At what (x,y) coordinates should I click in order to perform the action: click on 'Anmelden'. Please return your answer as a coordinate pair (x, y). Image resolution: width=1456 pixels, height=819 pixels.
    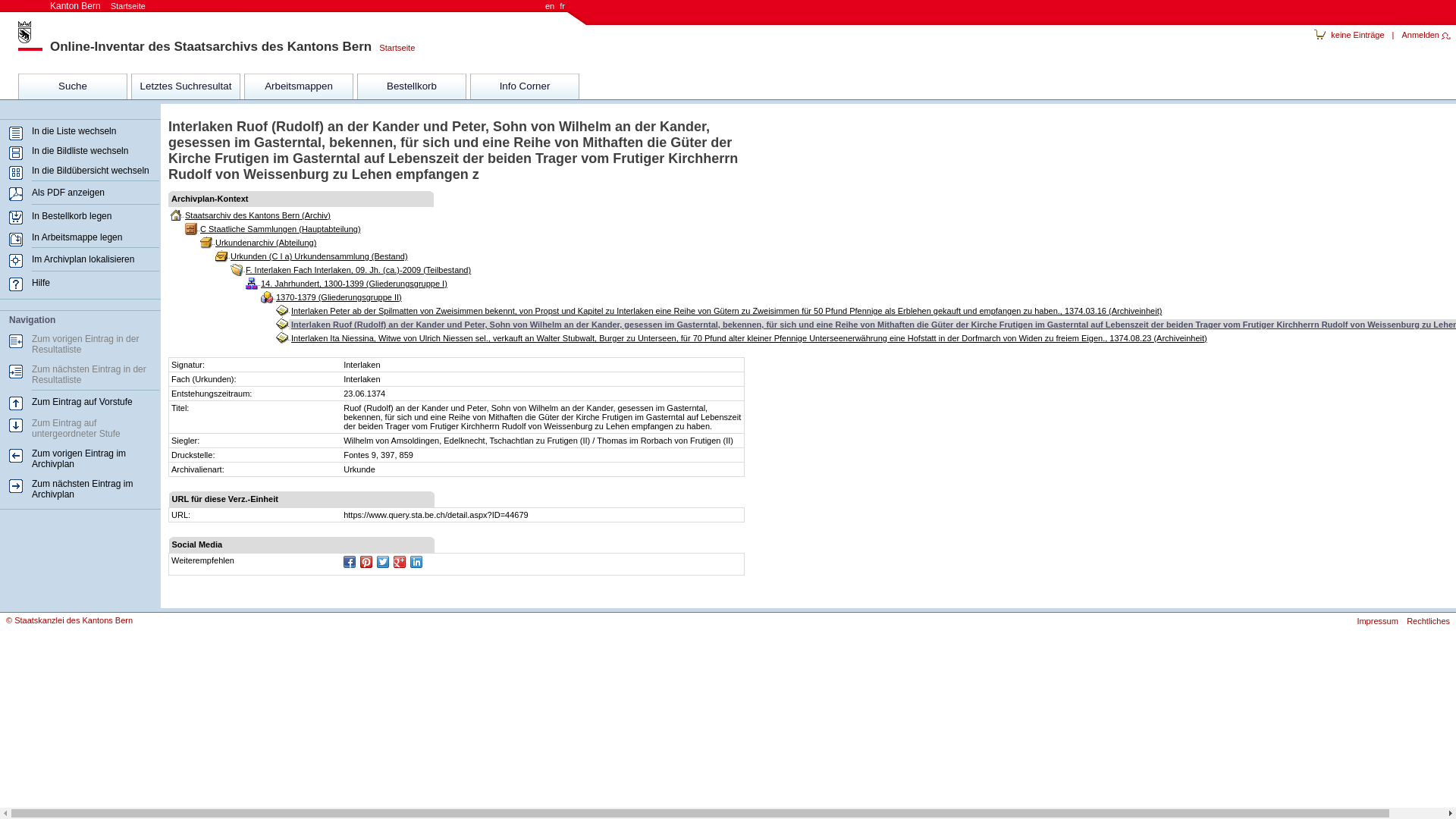
    Looking at the image, I should click on (1425, 34).